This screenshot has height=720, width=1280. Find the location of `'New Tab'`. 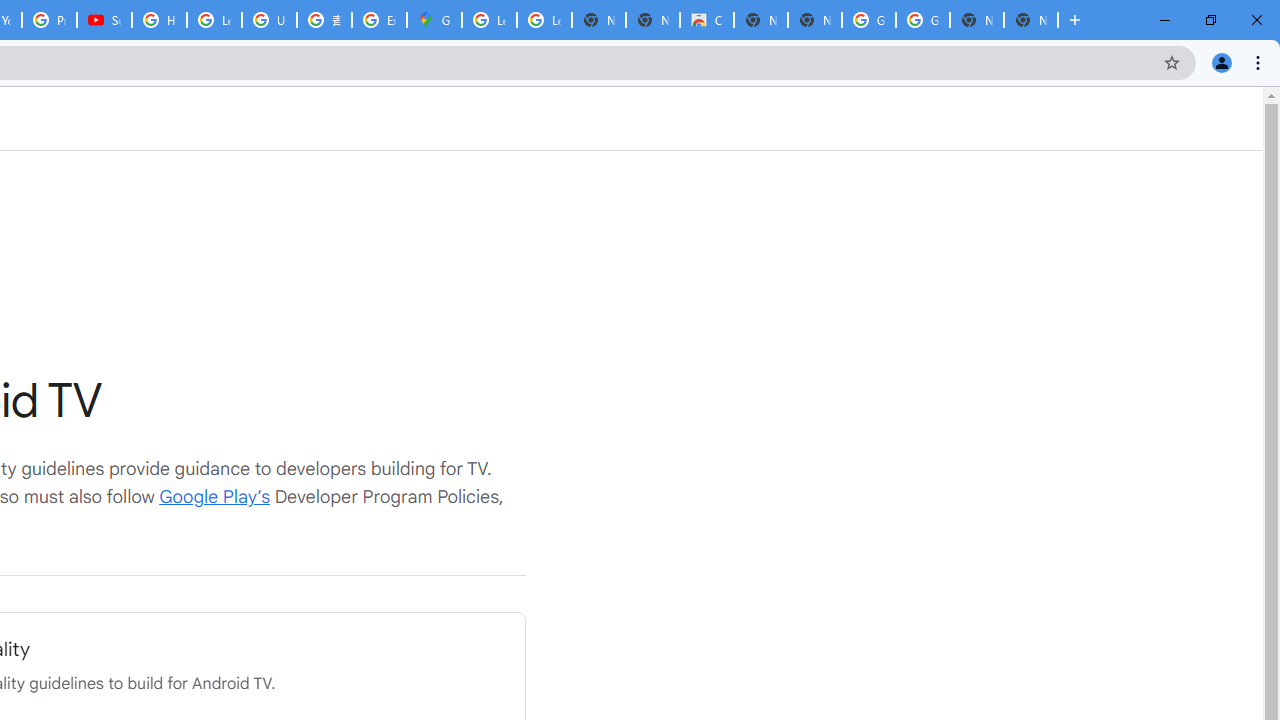

'New Tab' is located at coordinates (1031, 20).